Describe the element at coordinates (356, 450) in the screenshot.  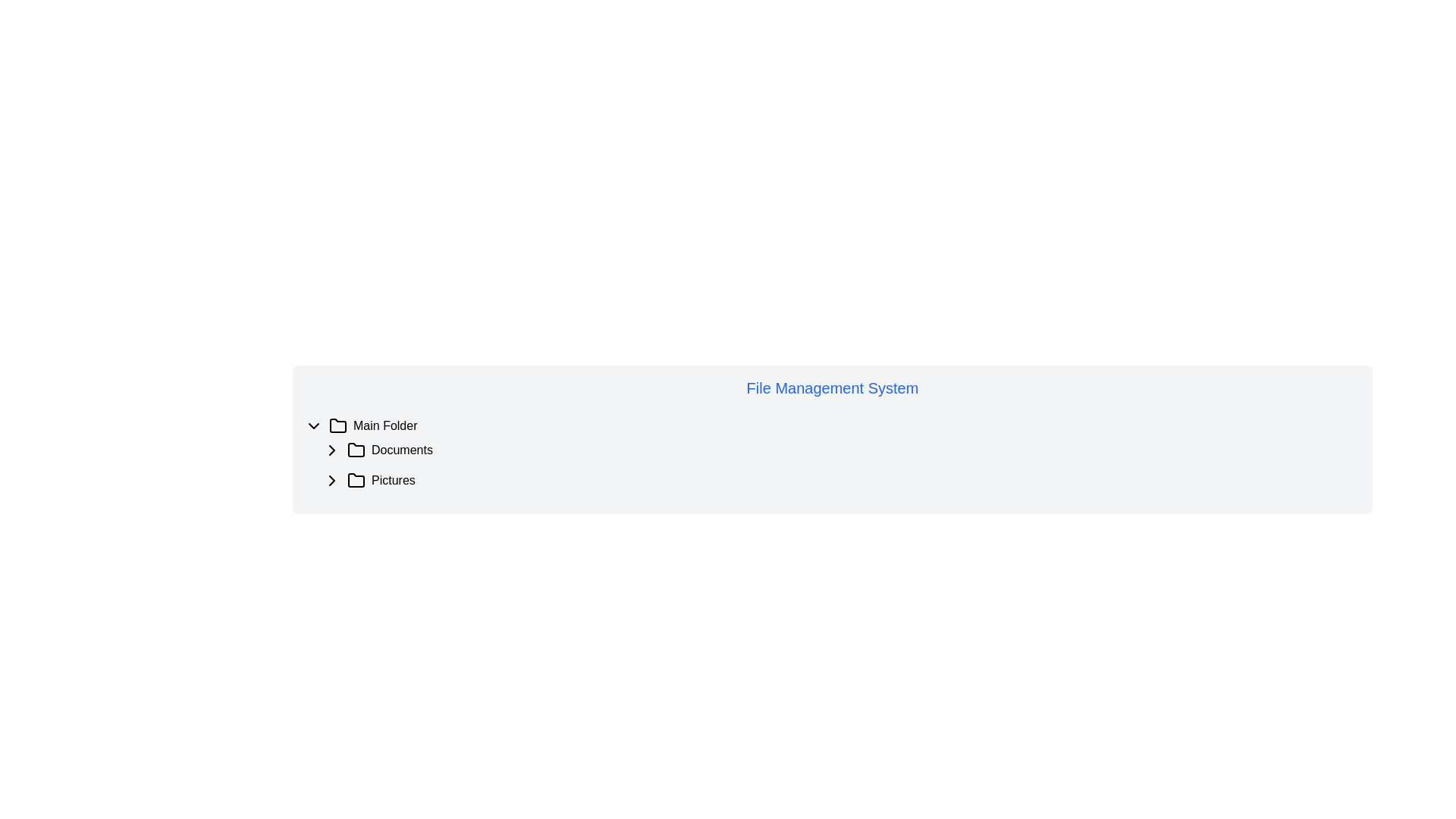
I see `the SVG icon representing a folder, which is positioned to the left of the 'Documents' label in the file management system's hierarchical list` at that location.